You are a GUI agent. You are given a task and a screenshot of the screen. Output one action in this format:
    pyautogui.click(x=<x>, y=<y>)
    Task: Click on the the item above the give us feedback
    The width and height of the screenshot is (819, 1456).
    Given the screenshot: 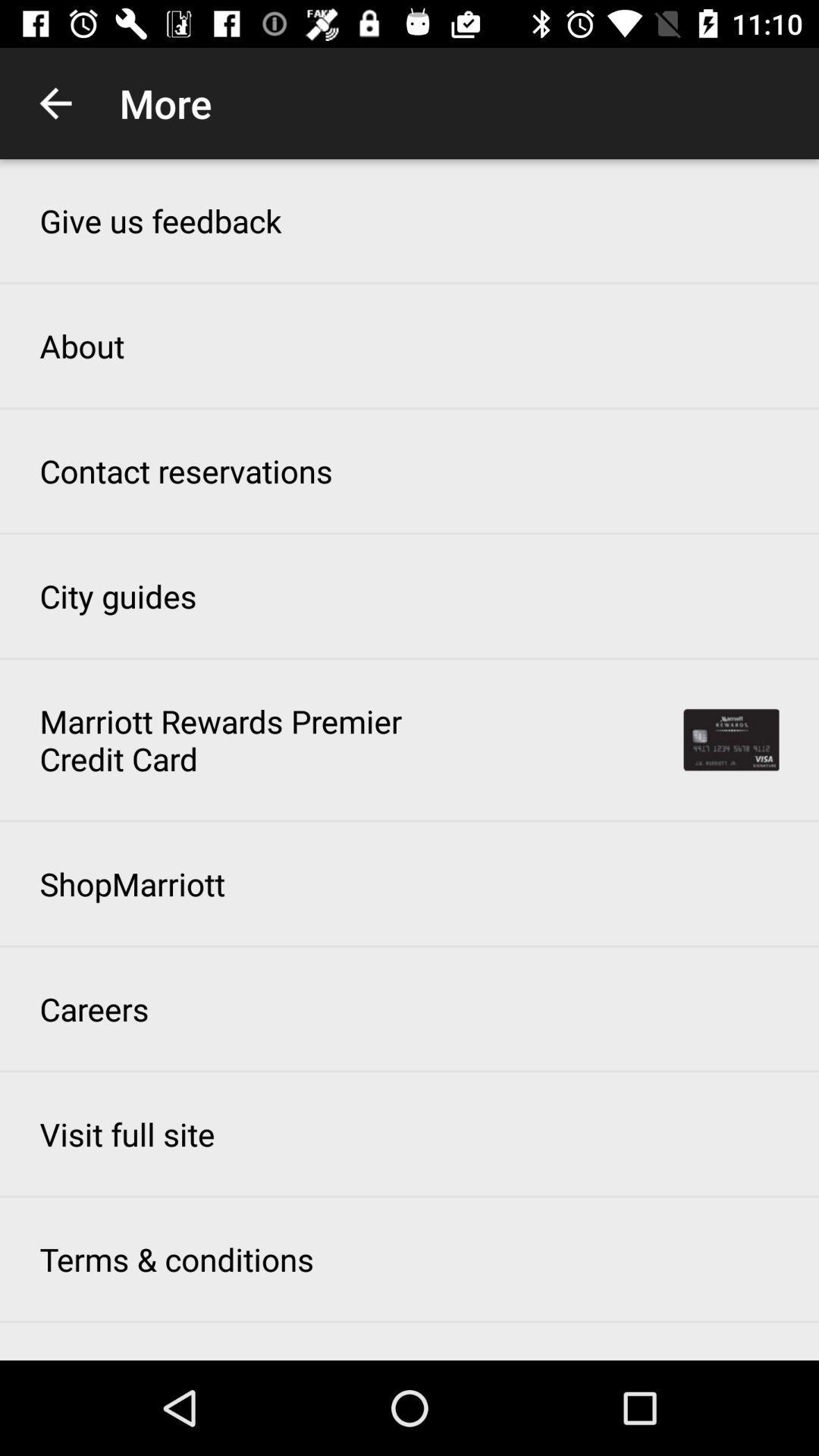 What is the action you would take?
    pyautogui.click(x=55, y=102)
    